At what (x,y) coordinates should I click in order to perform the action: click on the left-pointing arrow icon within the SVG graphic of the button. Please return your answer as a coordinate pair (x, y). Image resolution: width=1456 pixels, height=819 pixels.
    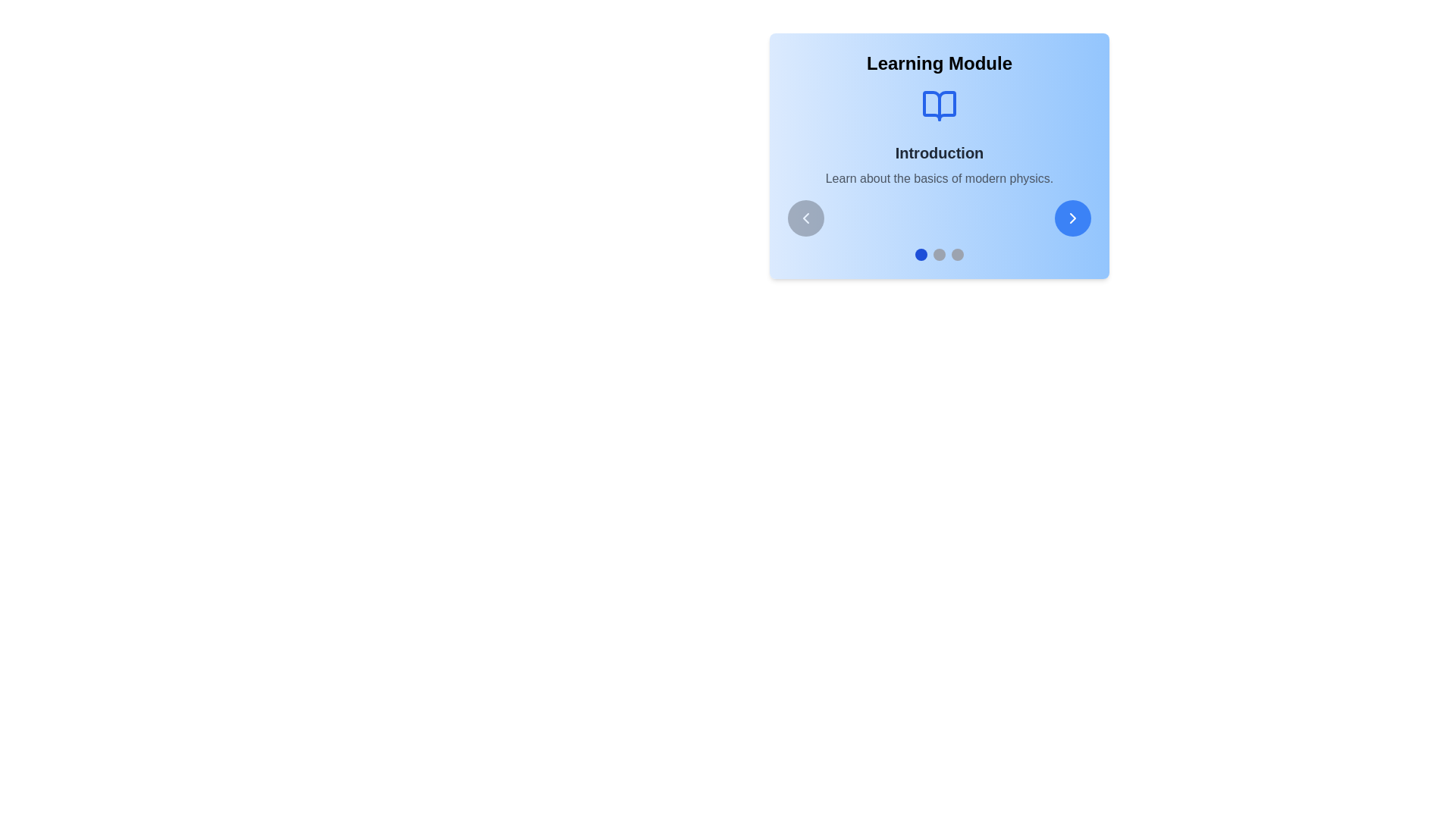
    Looking at the image, I should click on (805, 218).